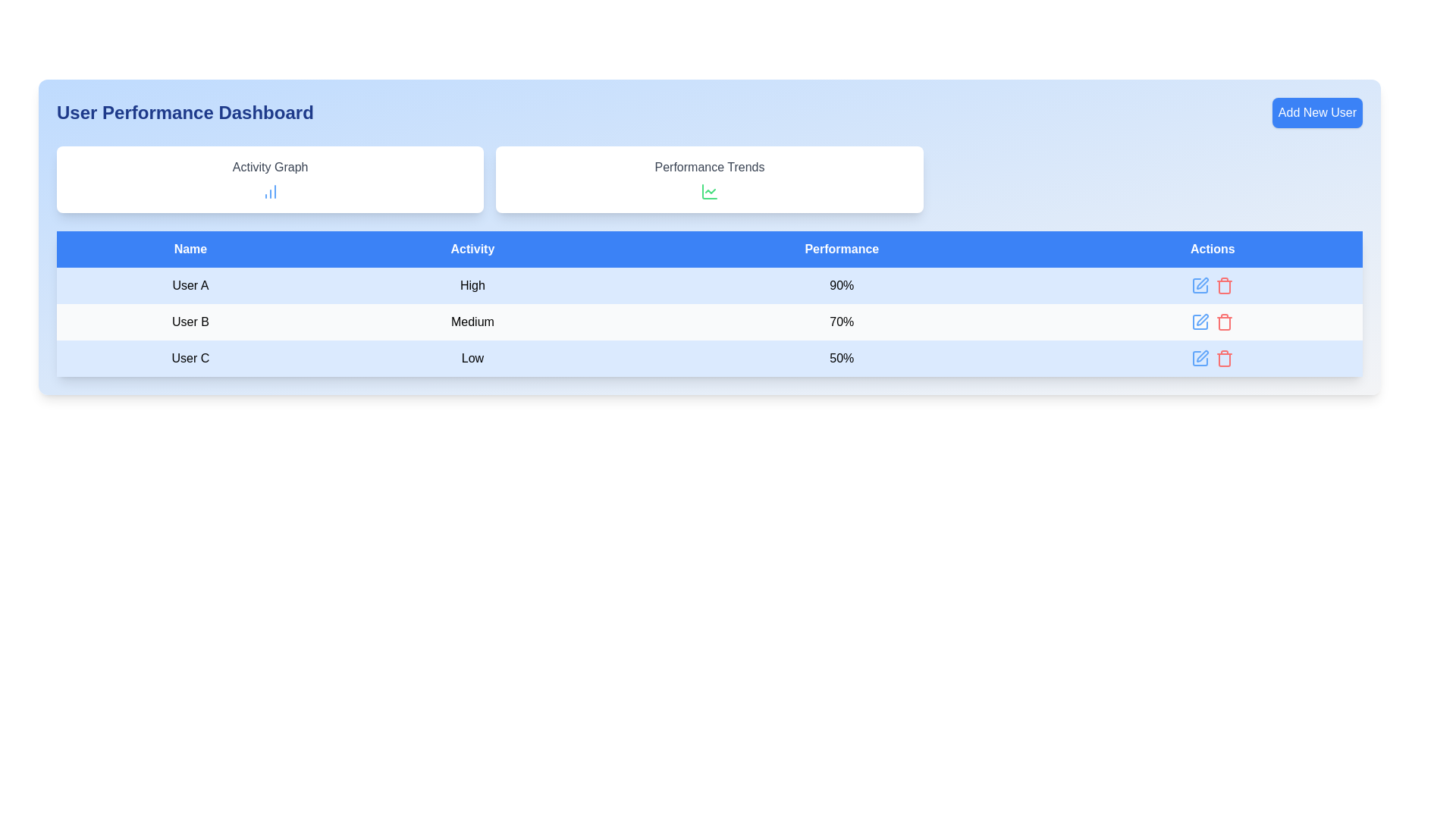 The width and height of the screenshot is (1456, 819). I want to click on the edit button icon in the Actions column associated with User A, so click(1200, 286).